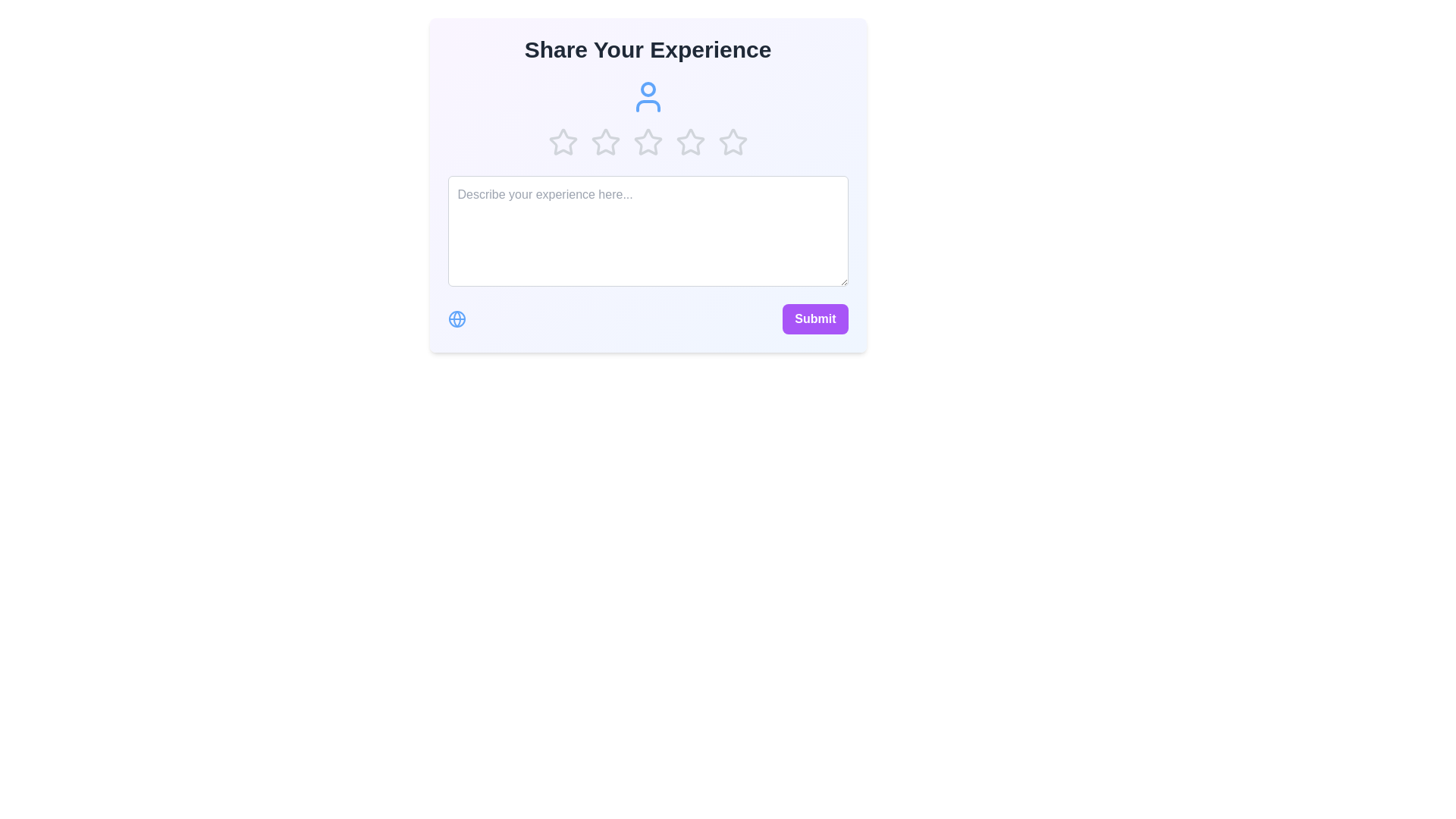 The width and height of the screenshot is (1456, 819). I want to click on the first star-shaped rating icon, which is outlined in light gray and turns yellow upon interaction, so click(562, 143).